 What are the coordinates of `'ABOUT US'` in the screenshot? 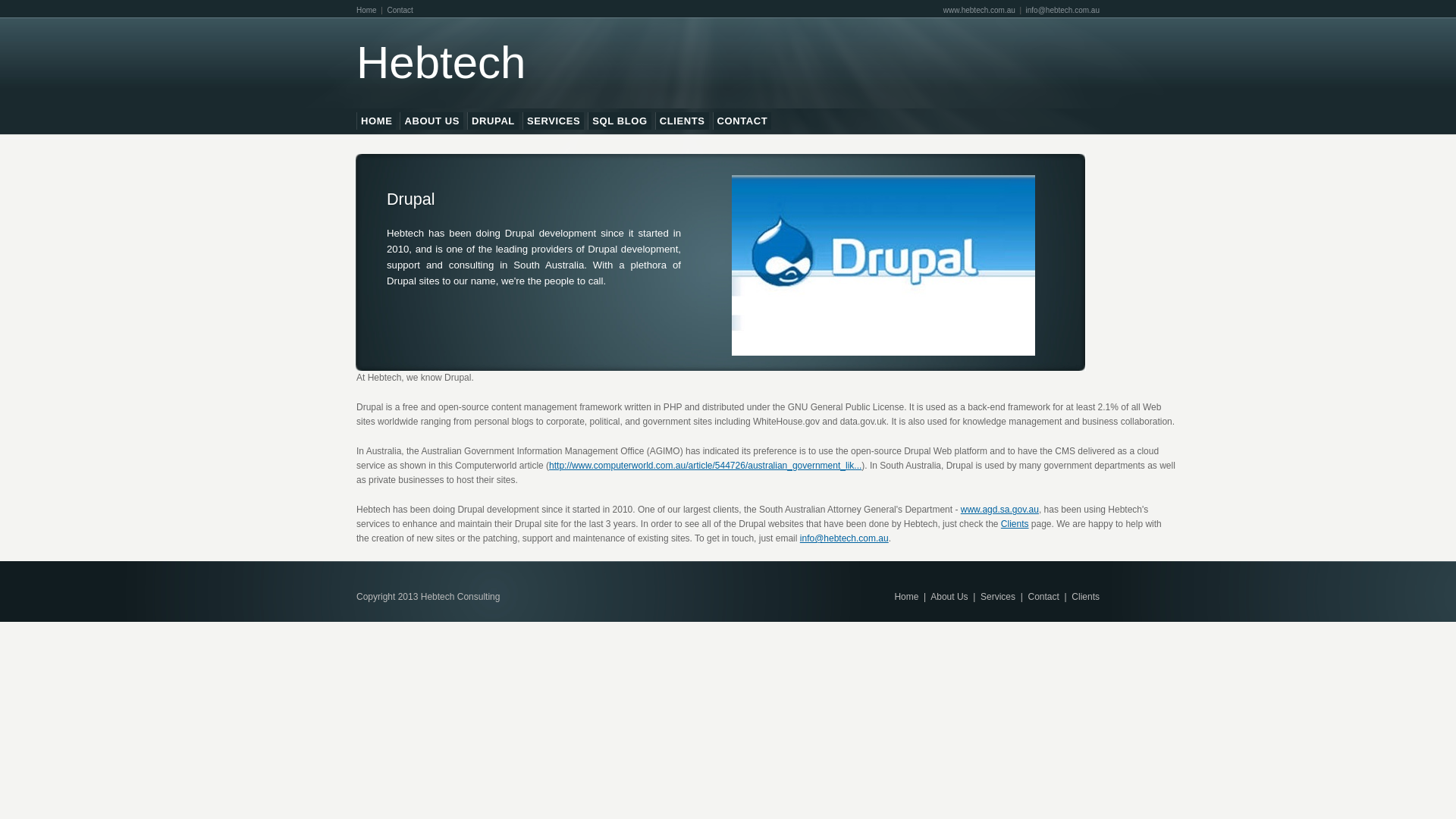 It's located at (400, 120).